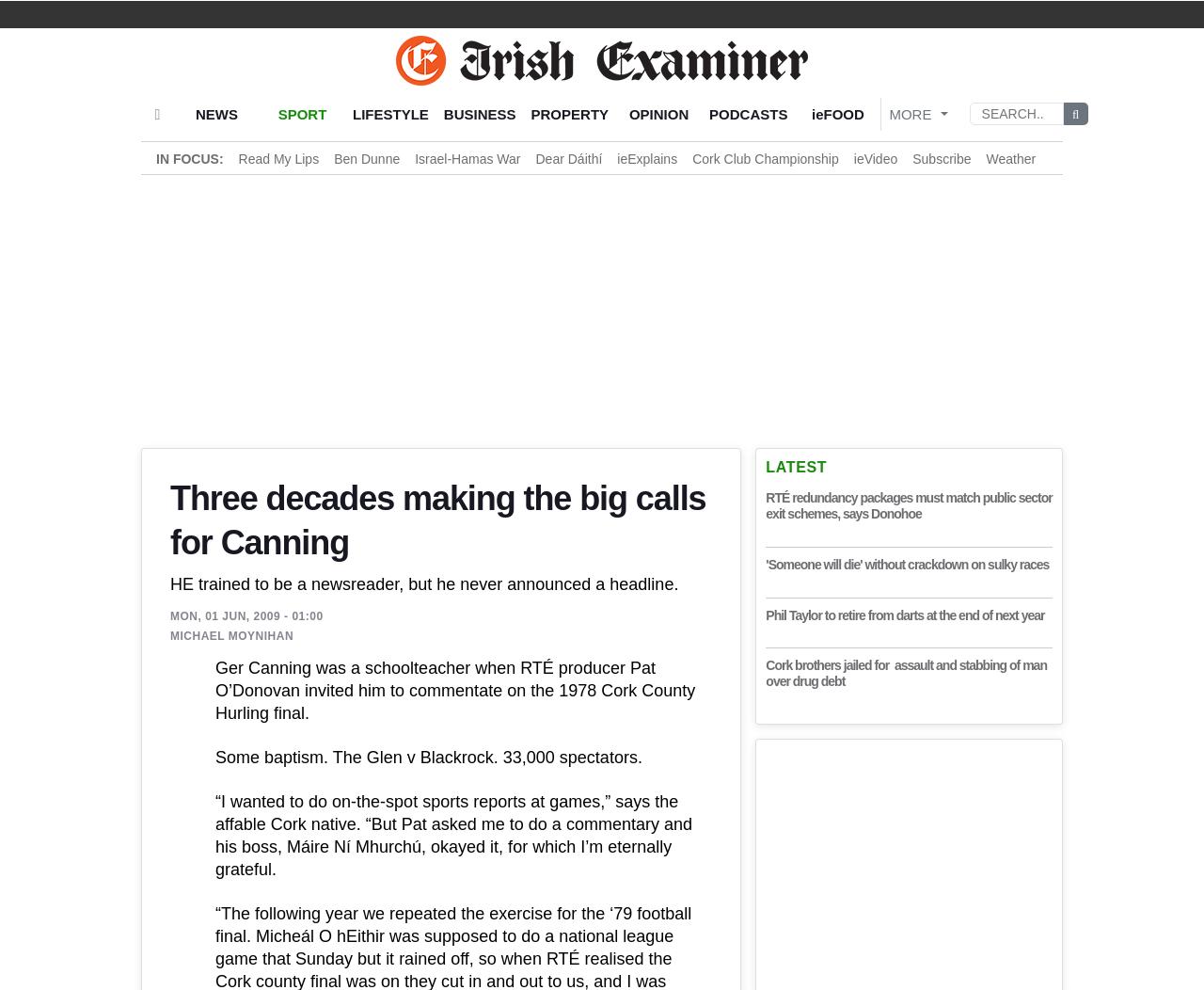 The width and height of the screenshot is (1204, 990). Describe the element at coordinates (463, 263) in the screenshot. I see `'“To me you survive on TV by believing you can do most aspects of the job well. You’ll never get it completely right. I’ve never done the perfect commentary; I dream of doing it one day, but I haven’t done it so far. You must be comfortable with your limitations – you can’t slacken in your preparations but you won’t please everybody all the time, and your own self-confidence is vital in that regard. Anything that reduces that confidence you need to look at carefully.'` at that location.